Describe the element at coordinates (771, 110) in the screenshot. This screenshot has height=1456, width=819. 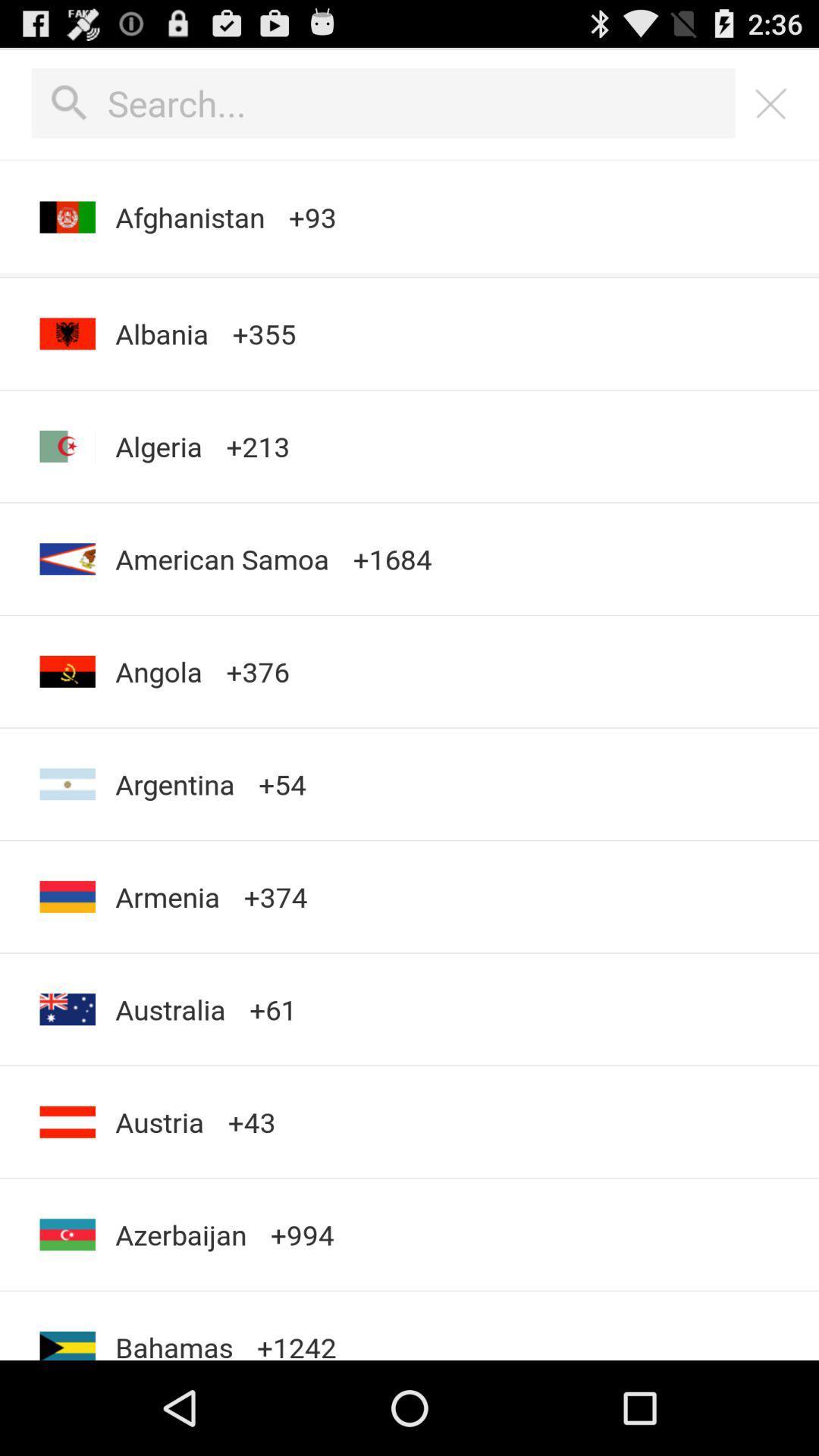
I see `the close icon` at that location.